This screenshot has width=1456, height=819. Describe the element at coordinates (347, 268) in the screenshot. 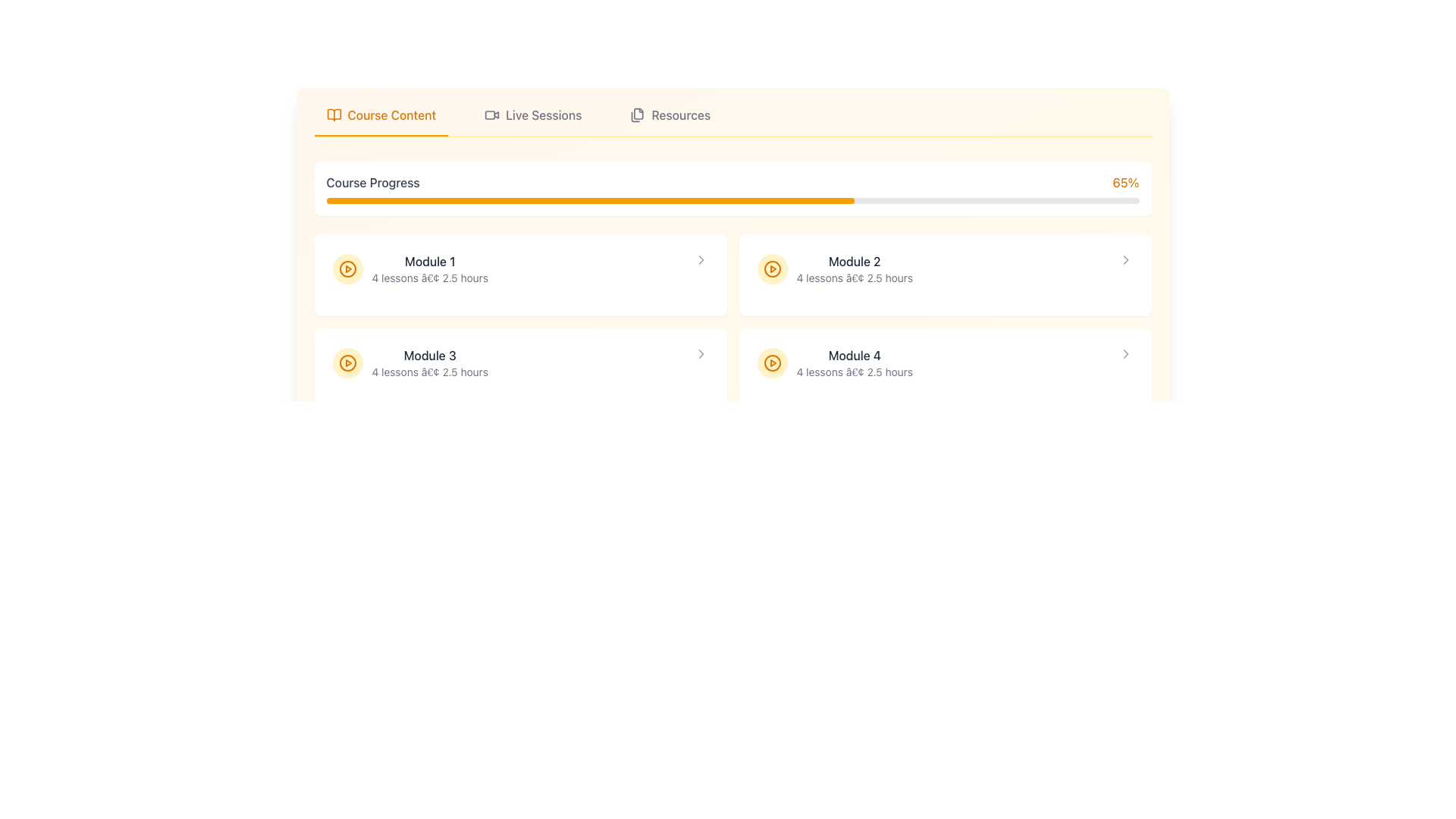

I see `the Circular SVG element that serves as a visual indicator for play or start action, located inside the second module entry on the right side of the grid` at that location.